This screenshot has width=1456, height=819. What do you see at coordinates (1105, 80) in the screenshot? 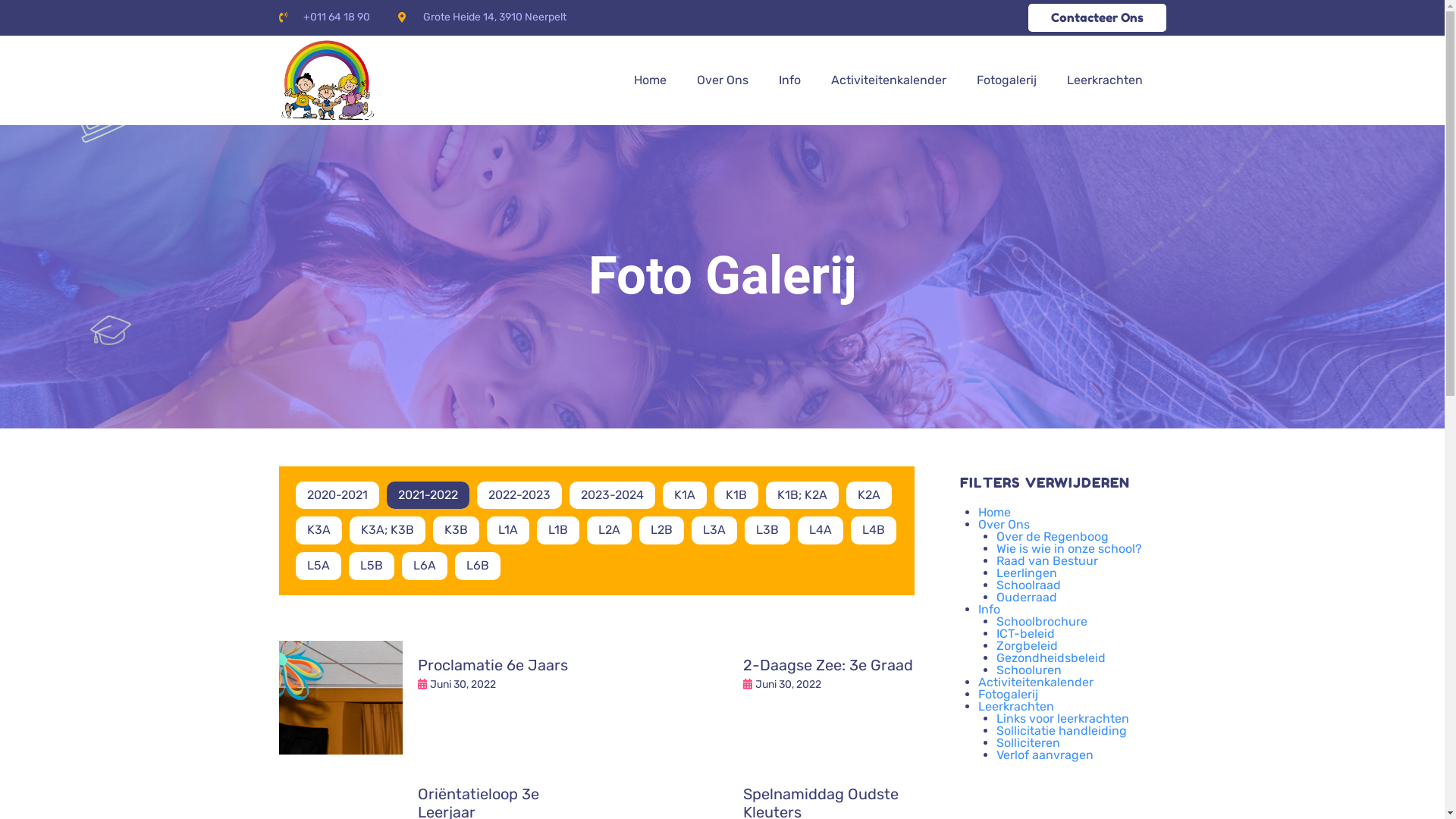
I see `'Leerkrachten'` at bounding box center [1105, 80].